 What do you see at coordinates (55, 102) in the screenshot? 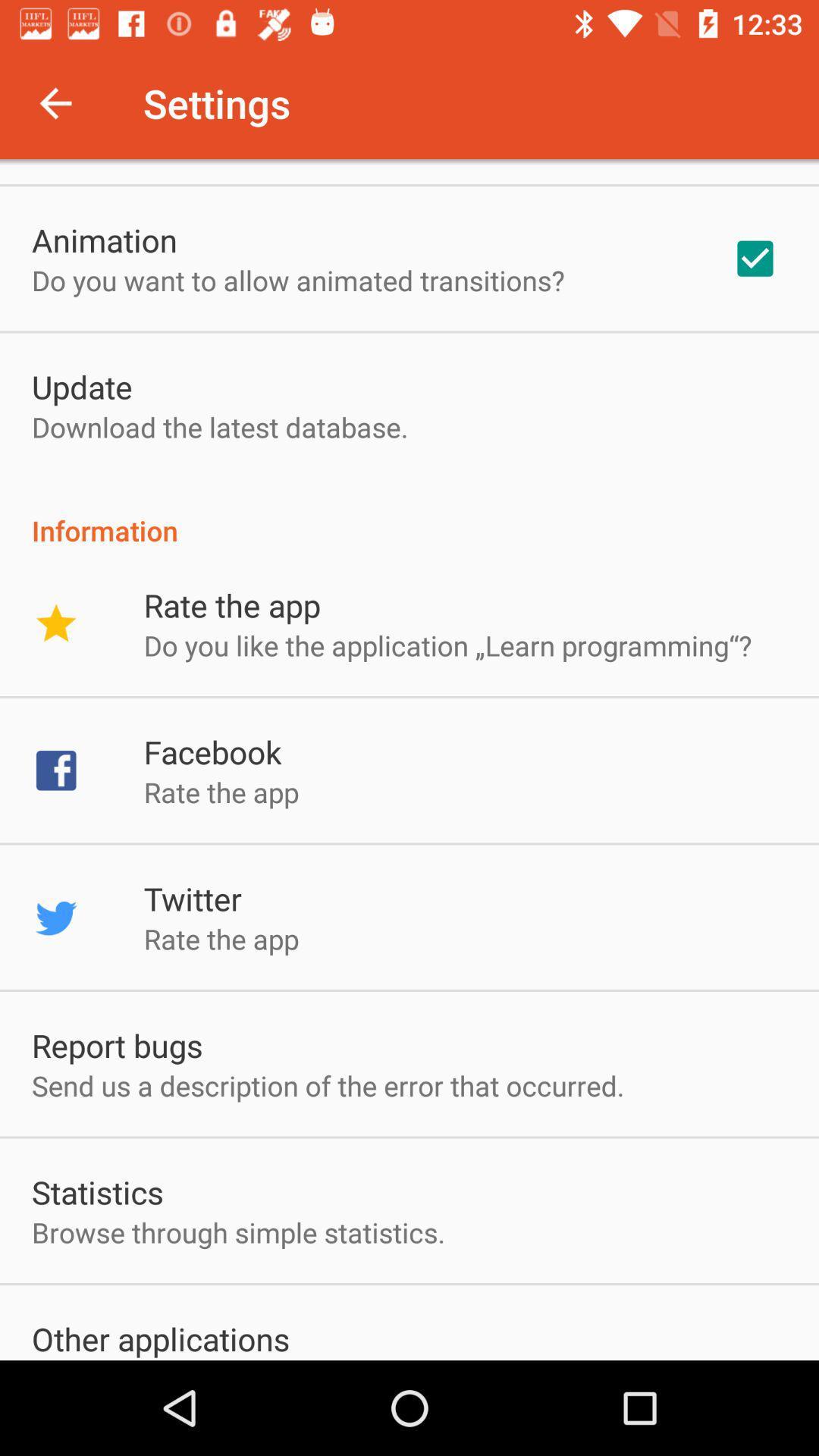
I see `the icon next to the settings item` at bounding box center [55, 102].